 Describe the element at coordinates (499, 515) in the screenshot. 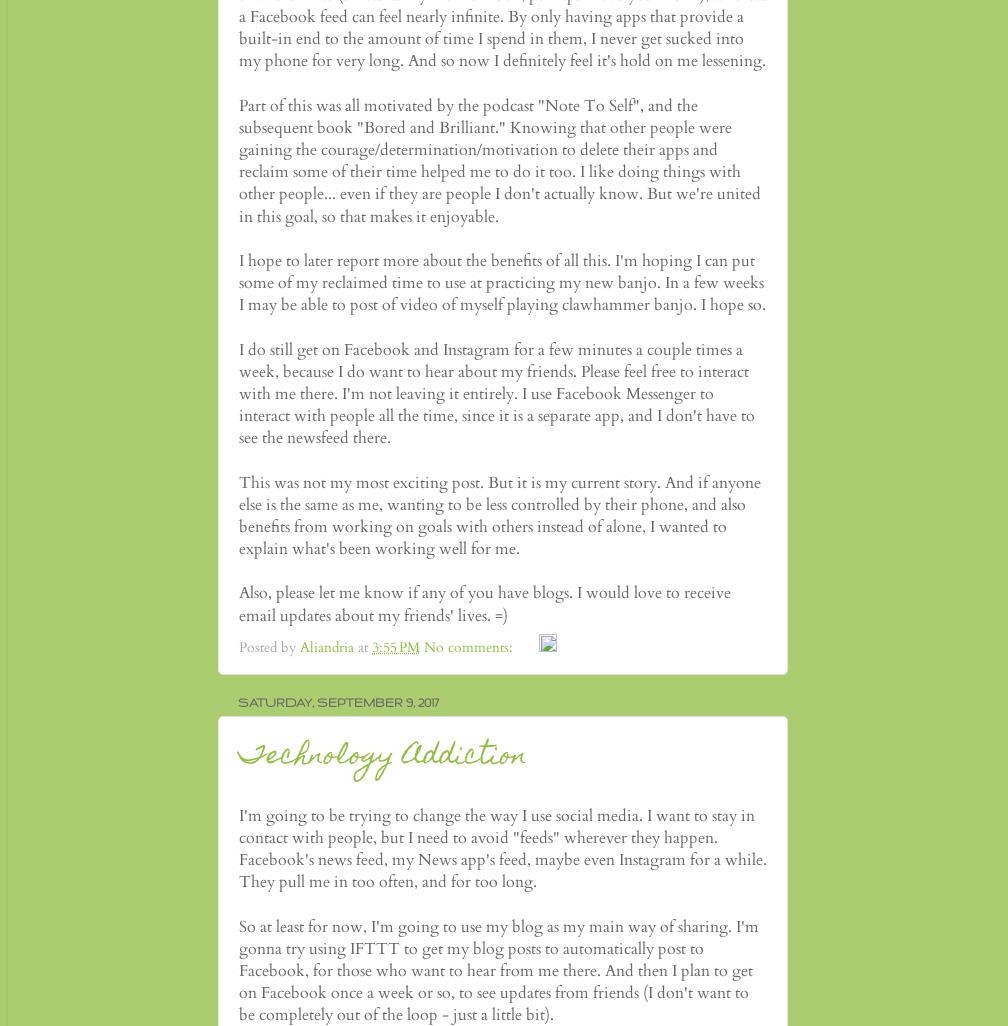

I see `'This was not my most exciting post. But it is my current story. And if anyone else is the same as me, wanting to be less controlled by their phone, and also benefits from working on goals with others instead of alone, I wanted to explain what's been working well for me.'` at that location.